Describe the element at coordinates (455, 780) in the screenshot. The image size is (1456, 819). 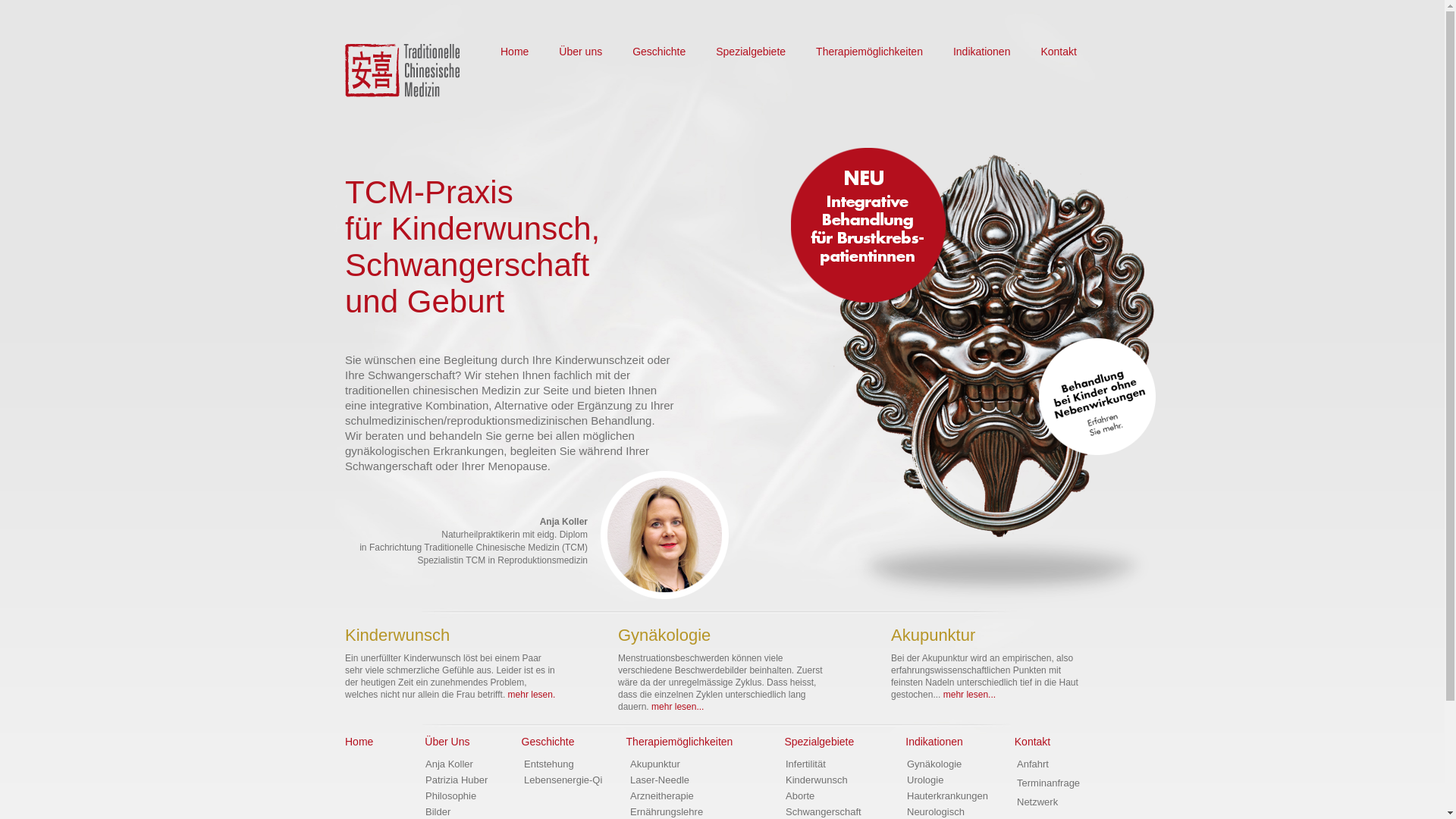
I see `'Patrizia Huber'` at that location.